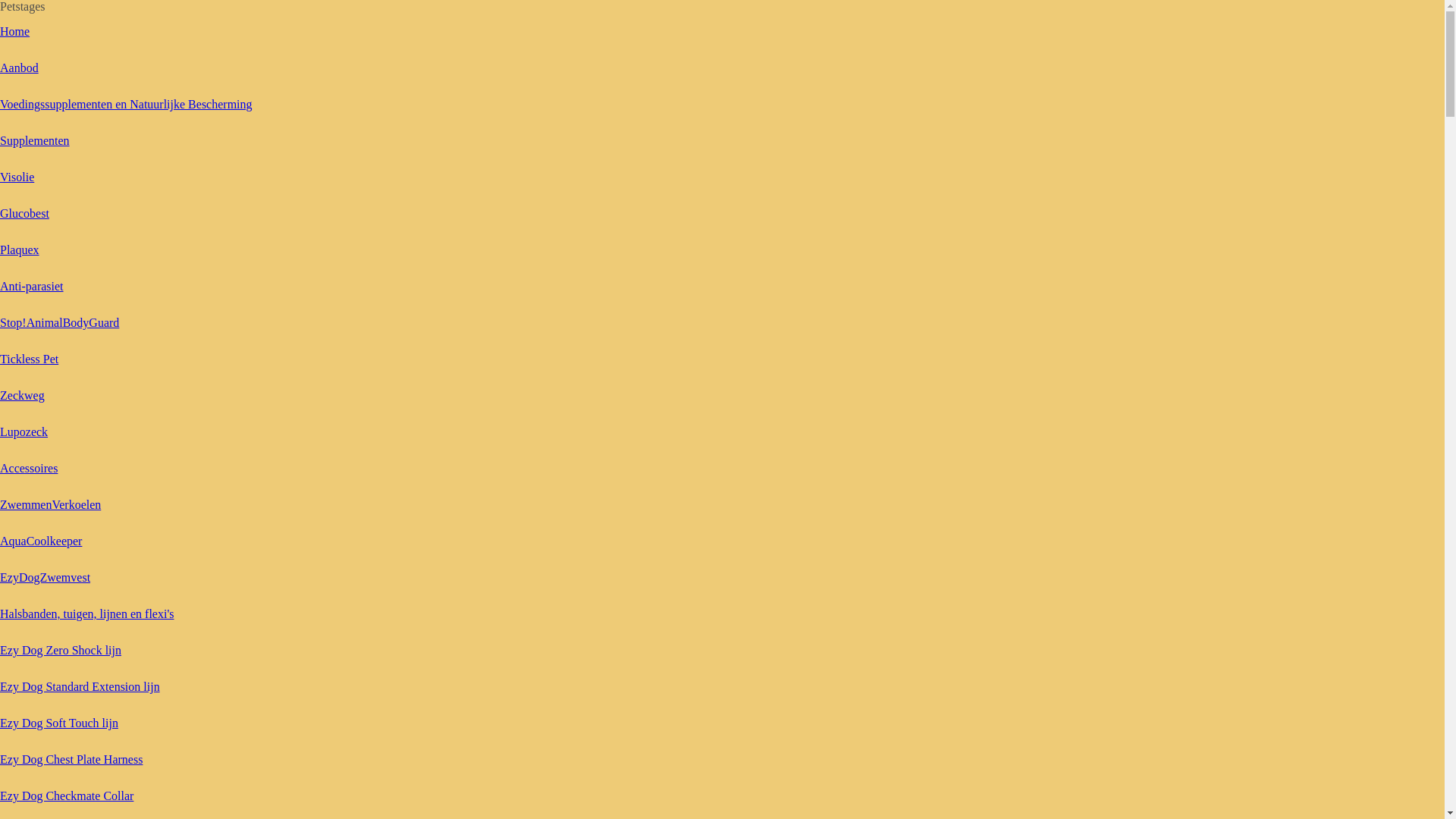  I want to click on 'Ezy Dog Standard Extension lijn', so click(0, 686).